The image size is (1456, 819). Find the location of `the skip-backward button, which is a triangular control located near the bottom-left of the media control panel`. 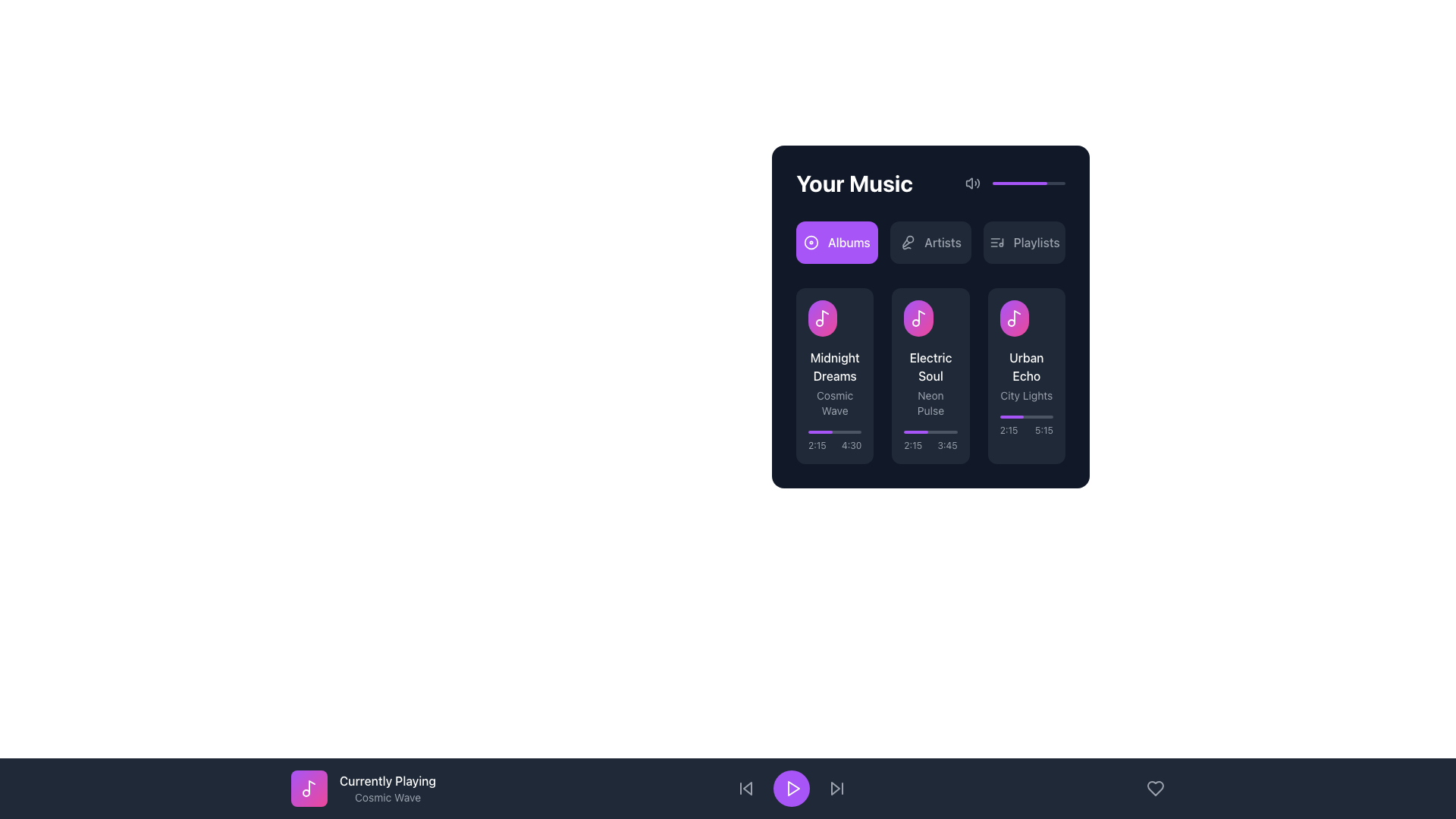

the skip-backward button, which is a triangular control located near the bottom-left of the media control panel is located at coordinates (747, 788).